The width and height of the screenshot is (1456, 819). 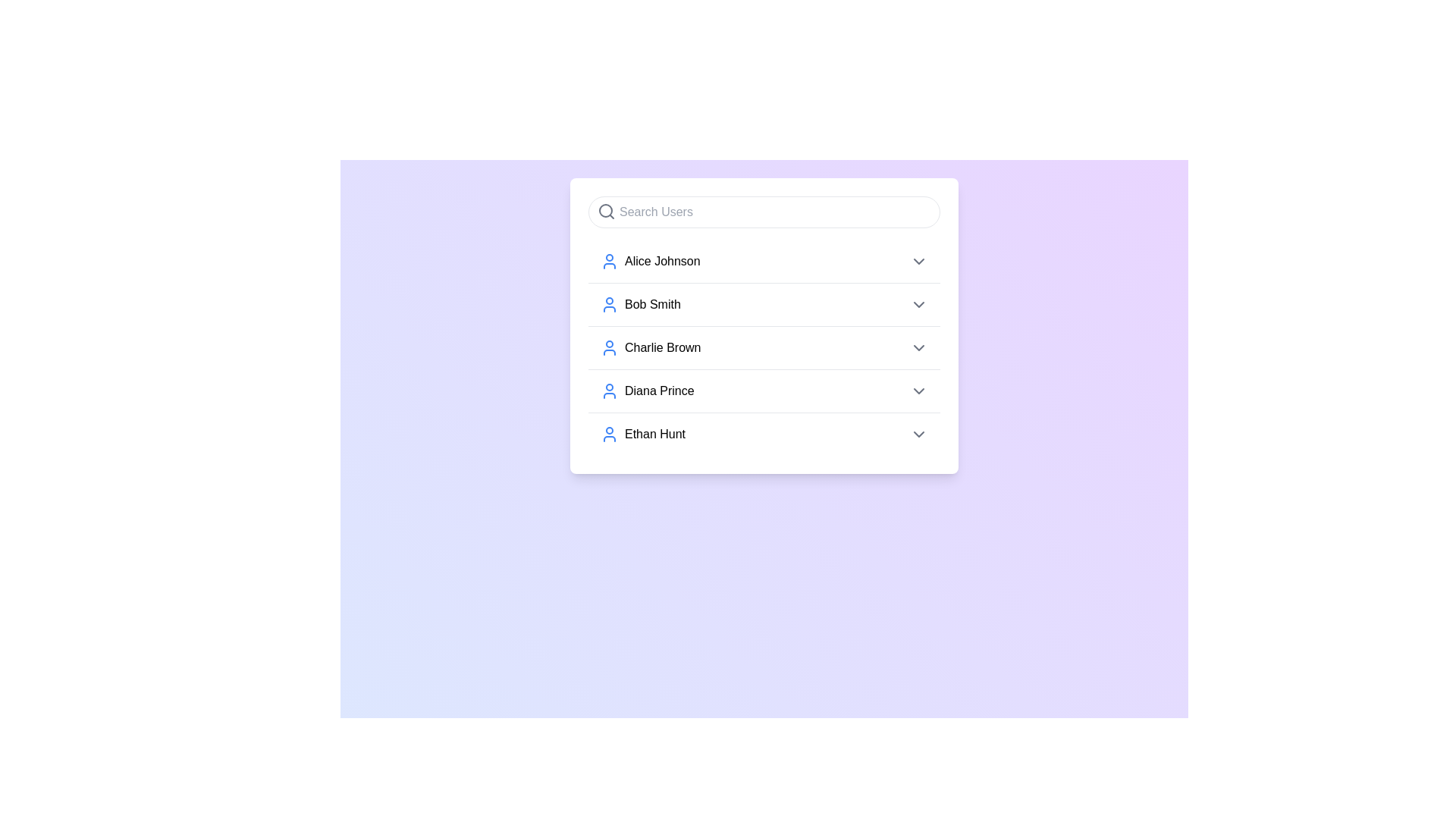 I want to click on the user profile icon located to the left of the text 'Bob Smith' in the second row of the user list, so click(x=610, y=304).